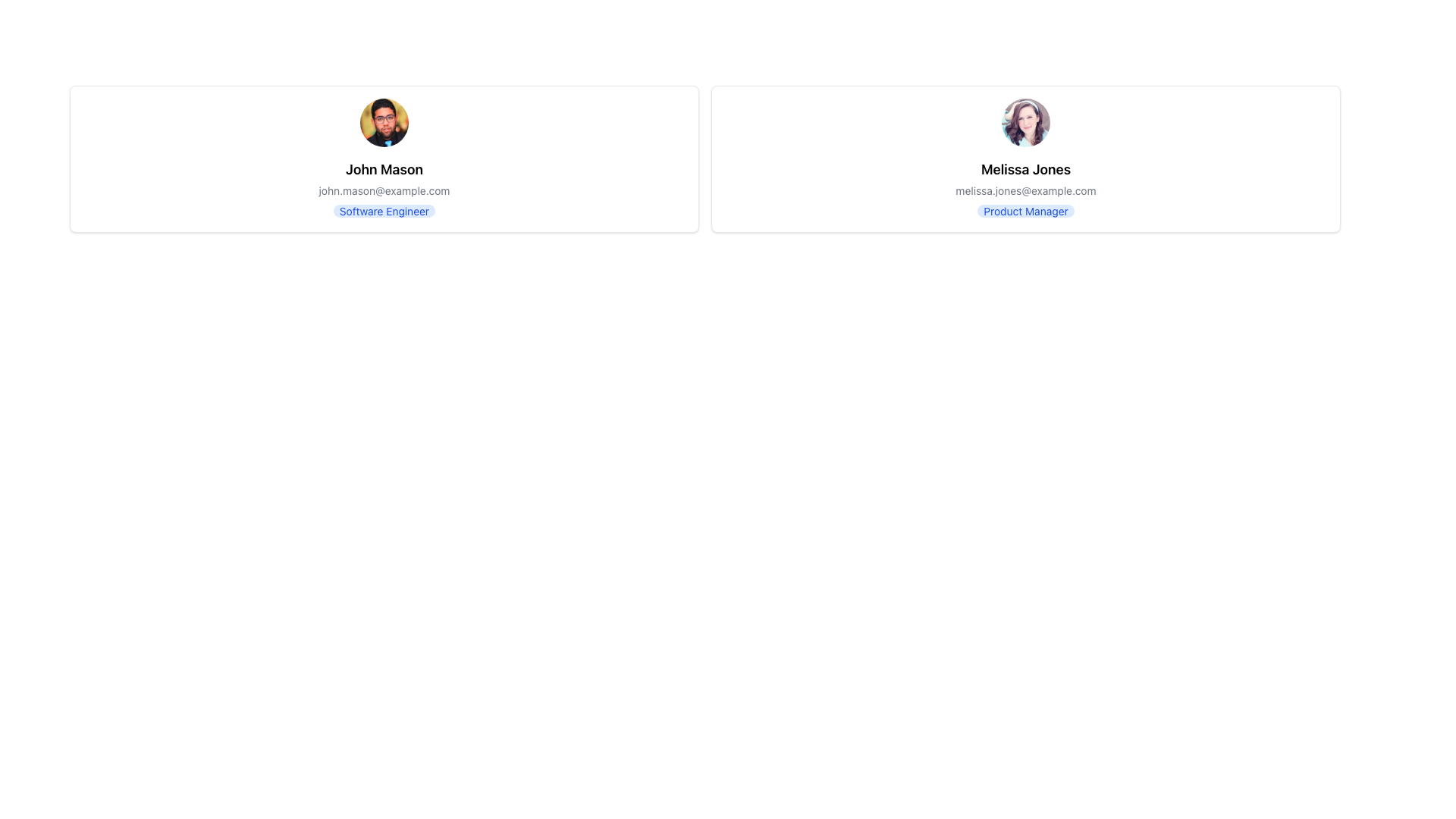 The height and width of the screenshot is (819, 1456). Describe the element at coordinates (1026, 211) in the screenshot. I see `the label indicating the role 'Product Manager' associated with Melissa Jones's profile information, located below the email 'melissa.jones@example.com'` at that location.